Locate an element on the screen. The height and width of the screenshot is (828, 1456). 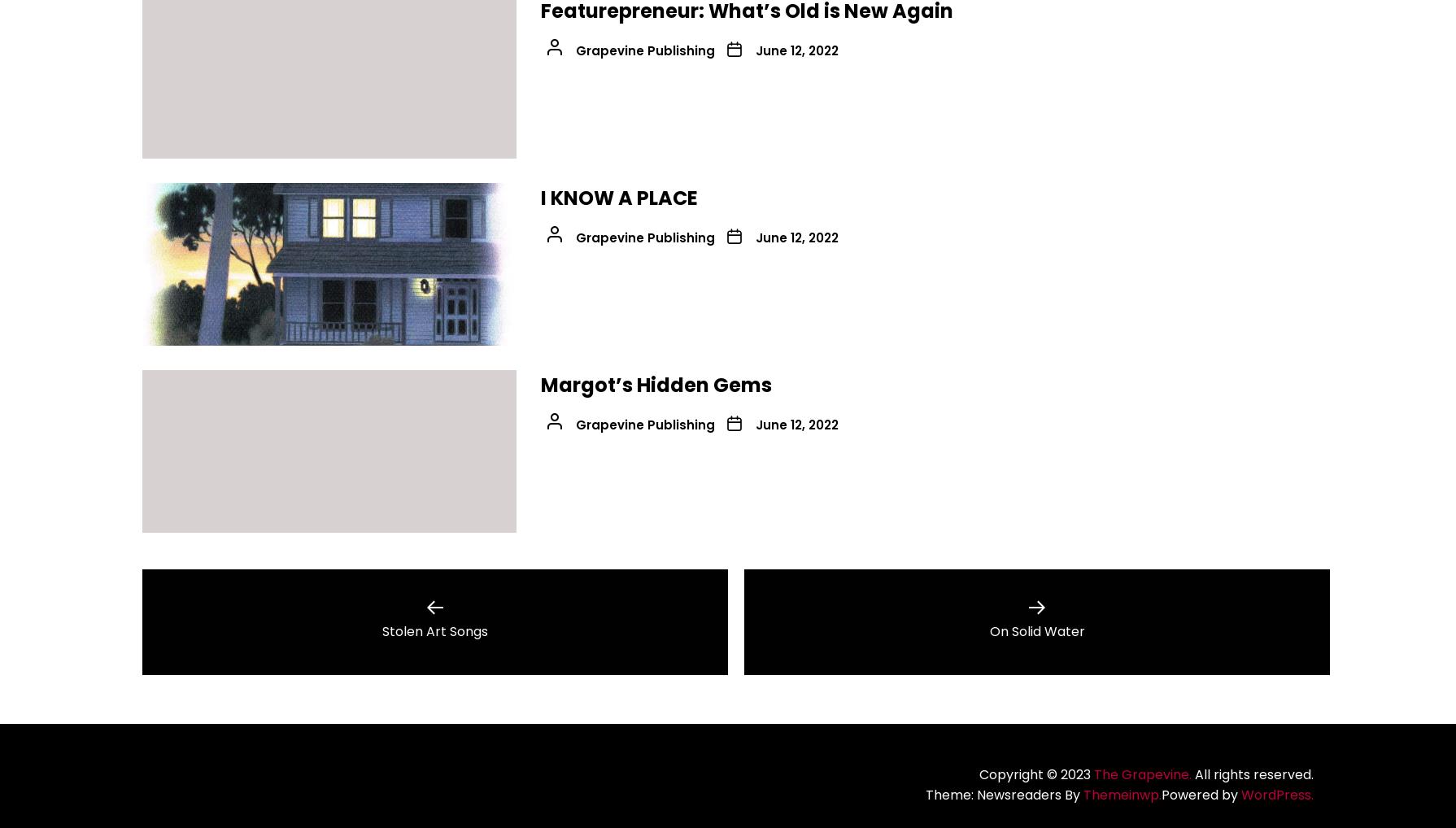
'WordPress.' is located at coordinates (1275, 795).